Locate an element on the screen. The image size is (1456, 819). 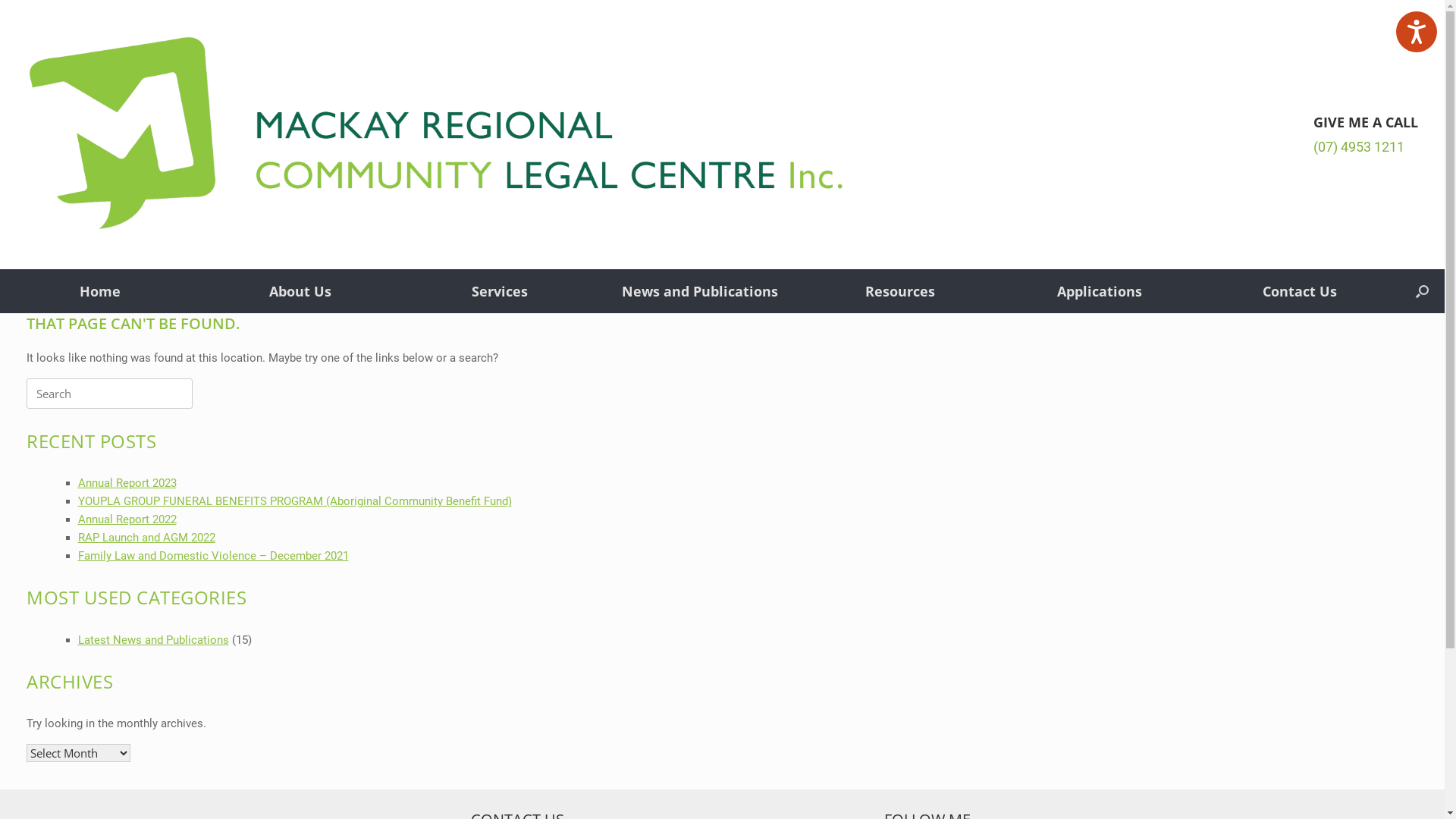
'Listen with the ReachDeck Toolbar' is located at coordinates (1395, 32).